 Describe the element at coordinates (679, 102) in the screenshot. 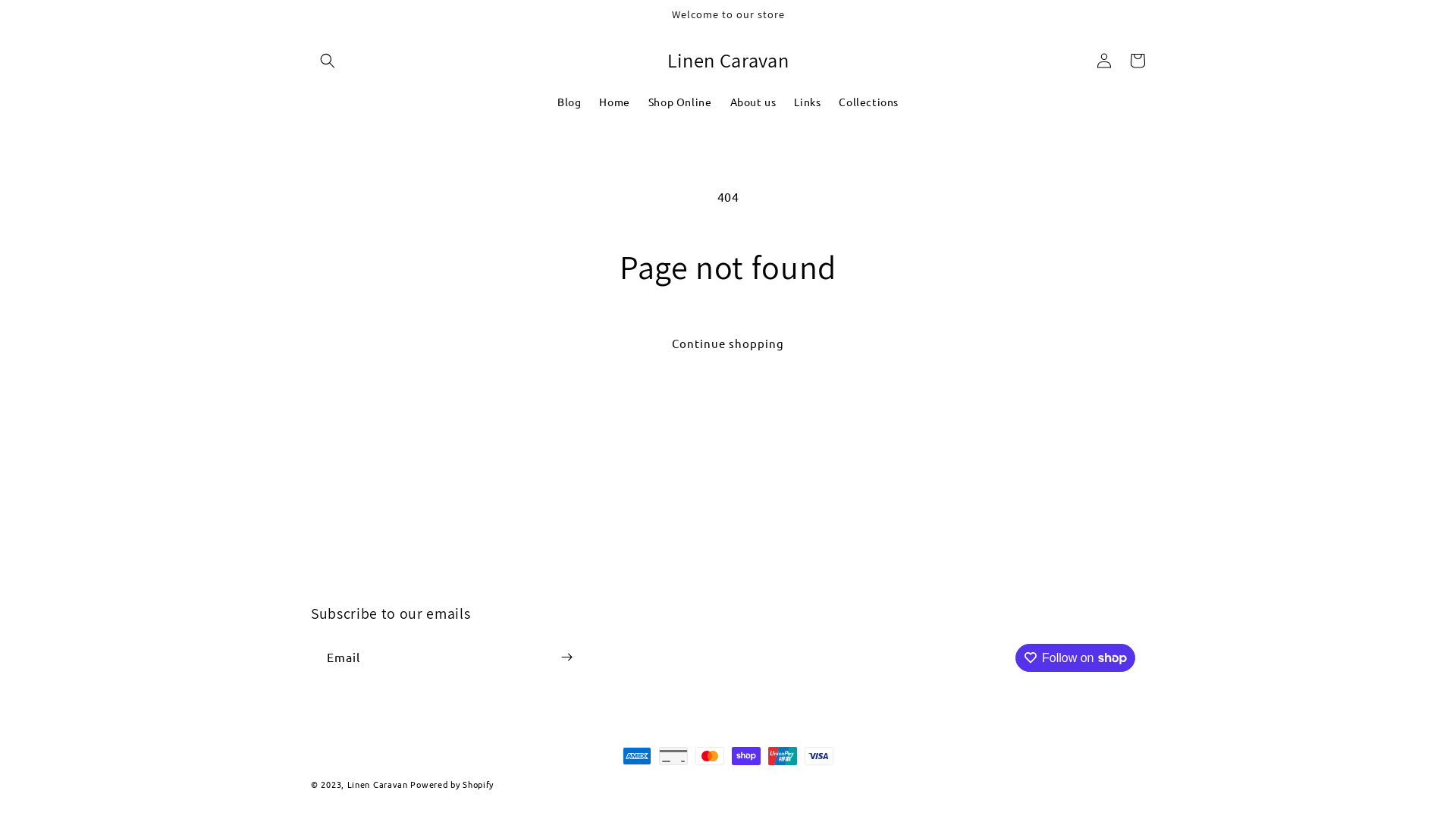

I see `'Shop Online'` at that location.